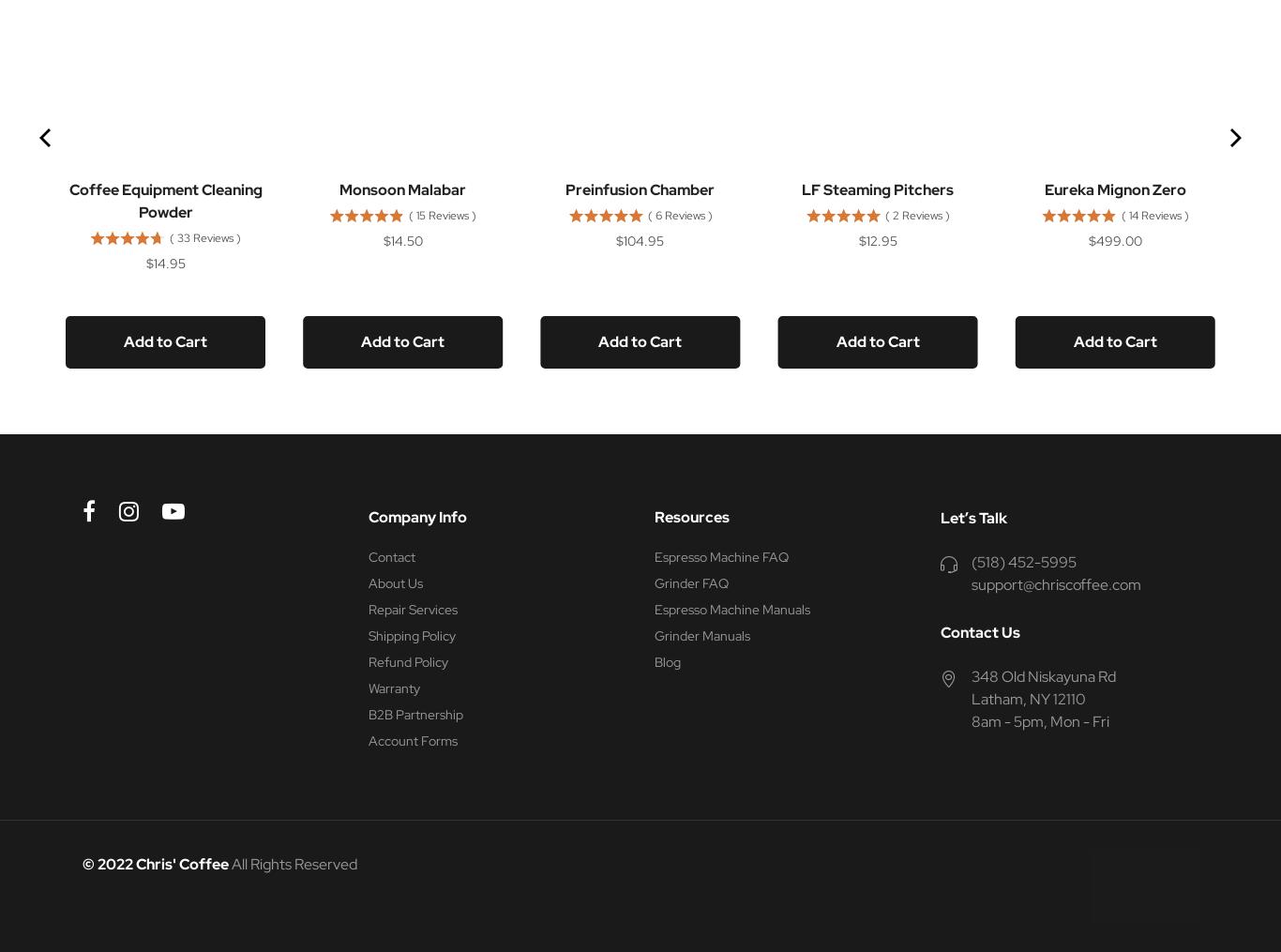 This screenshot has width=1281, height=952. Describe the element at coordinates (156, 863) in the screenshot. I see `'© 2022 Chris' Coffee'` at that location.